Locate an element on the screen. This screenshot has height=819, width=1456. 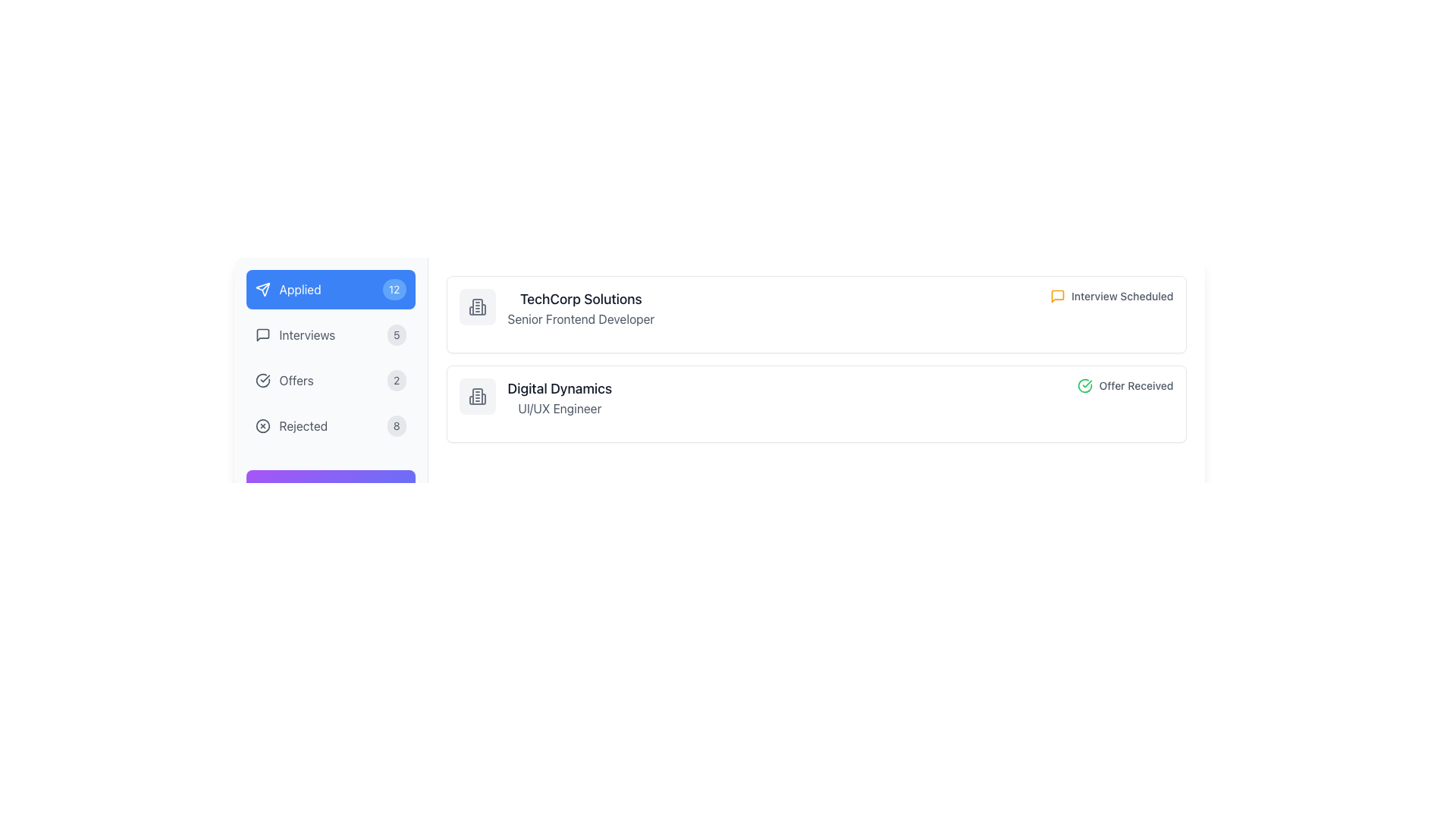
the business icon representing 'TechCorp Solutions' is located at coordinates (476, 307).